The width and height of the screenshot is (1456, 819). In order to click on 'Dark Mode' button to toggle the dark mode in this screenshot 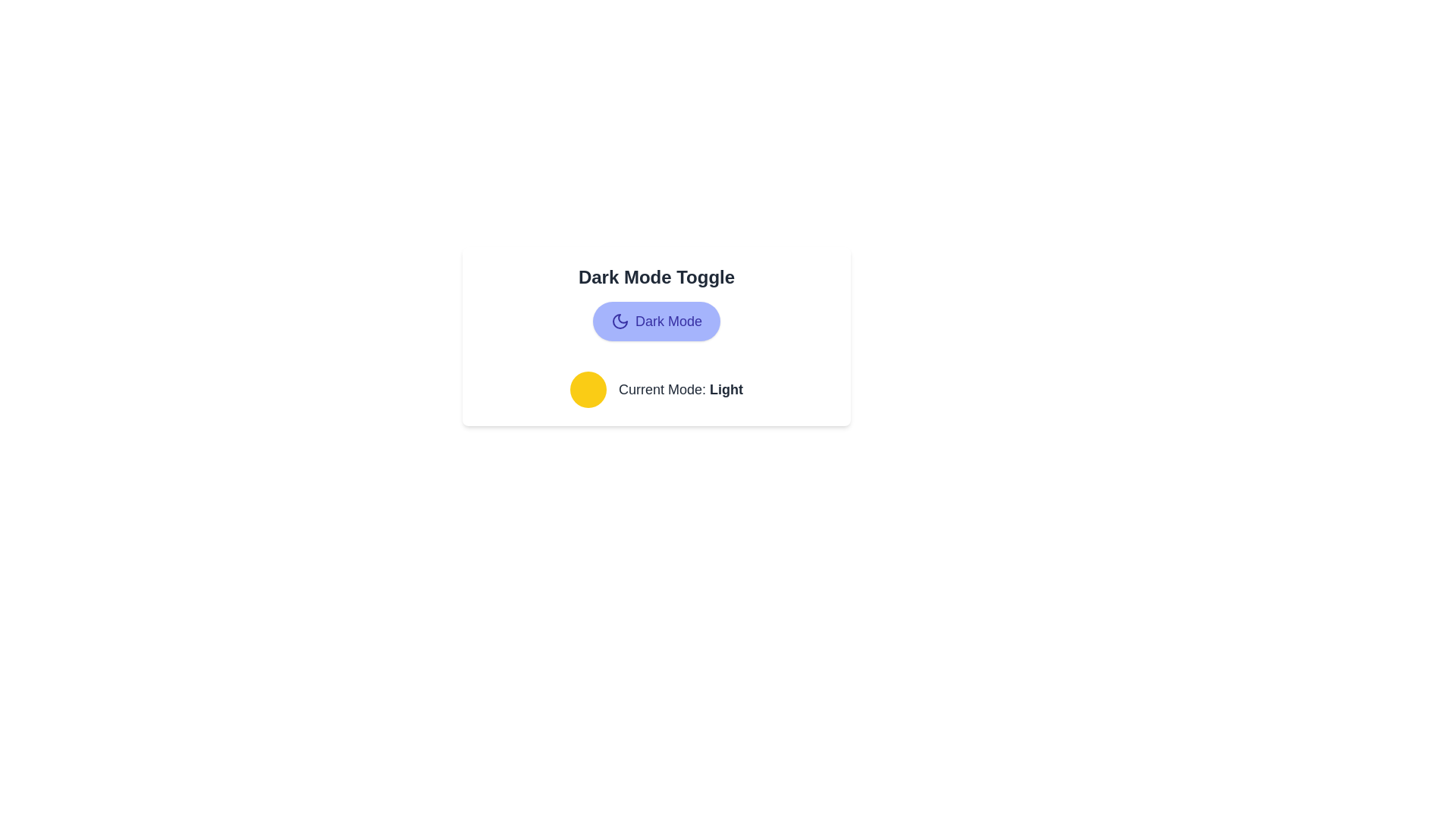, I will do `click(656, 321)`.